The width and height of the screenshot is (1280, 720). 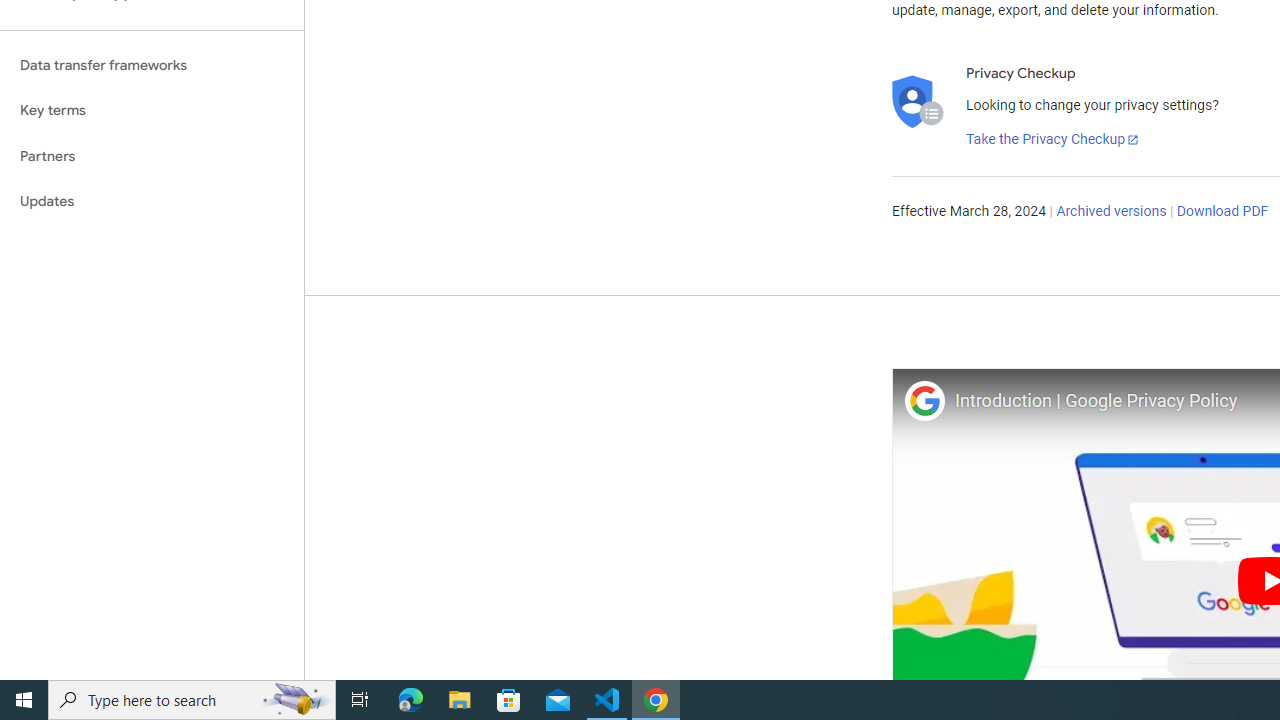 I want to click on 'Photo image of Google', so click(x=923, y=400).